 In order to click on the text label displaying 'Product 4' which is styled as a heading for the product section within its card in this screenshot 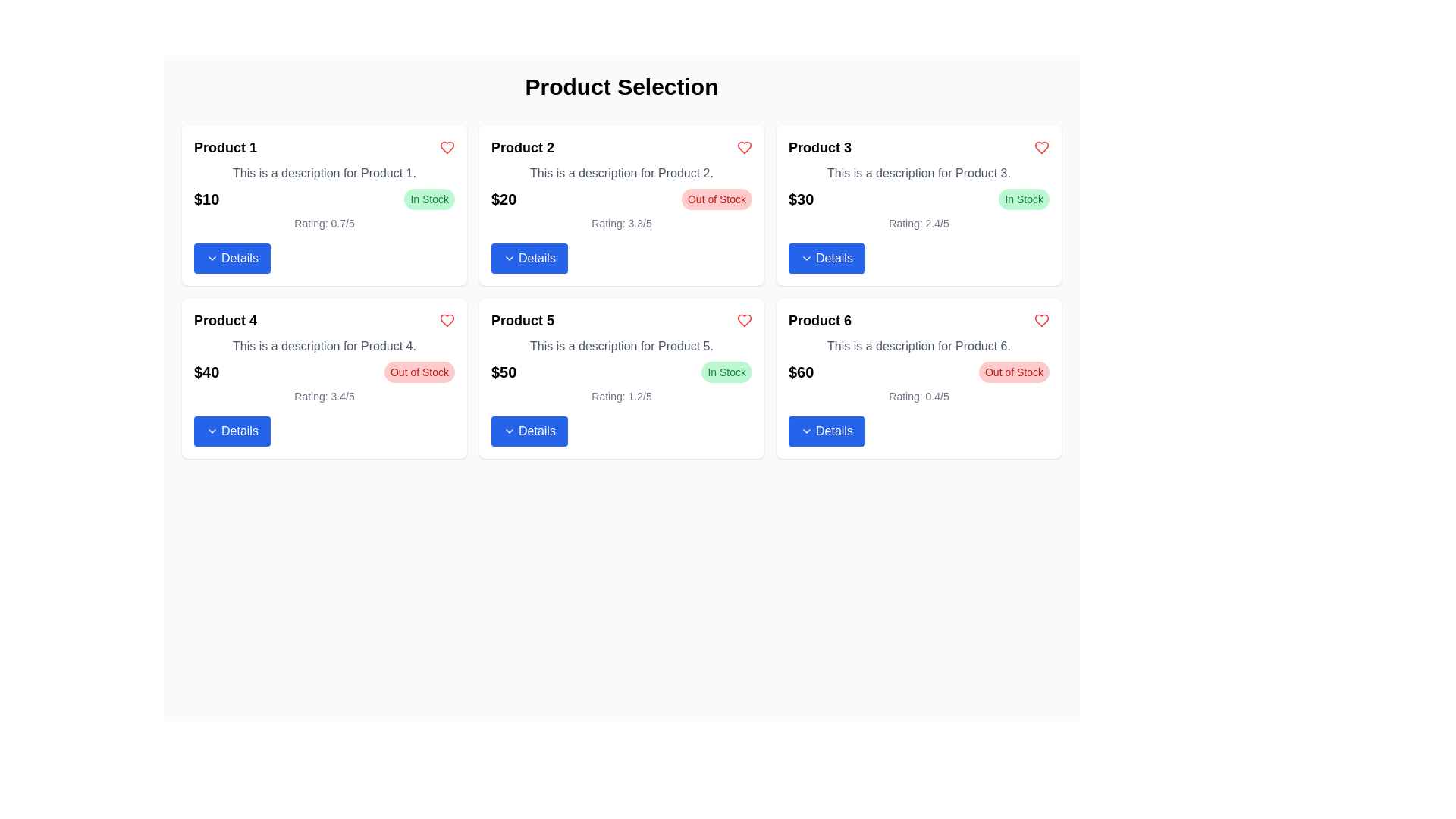, I will do `click(224, 320)`.